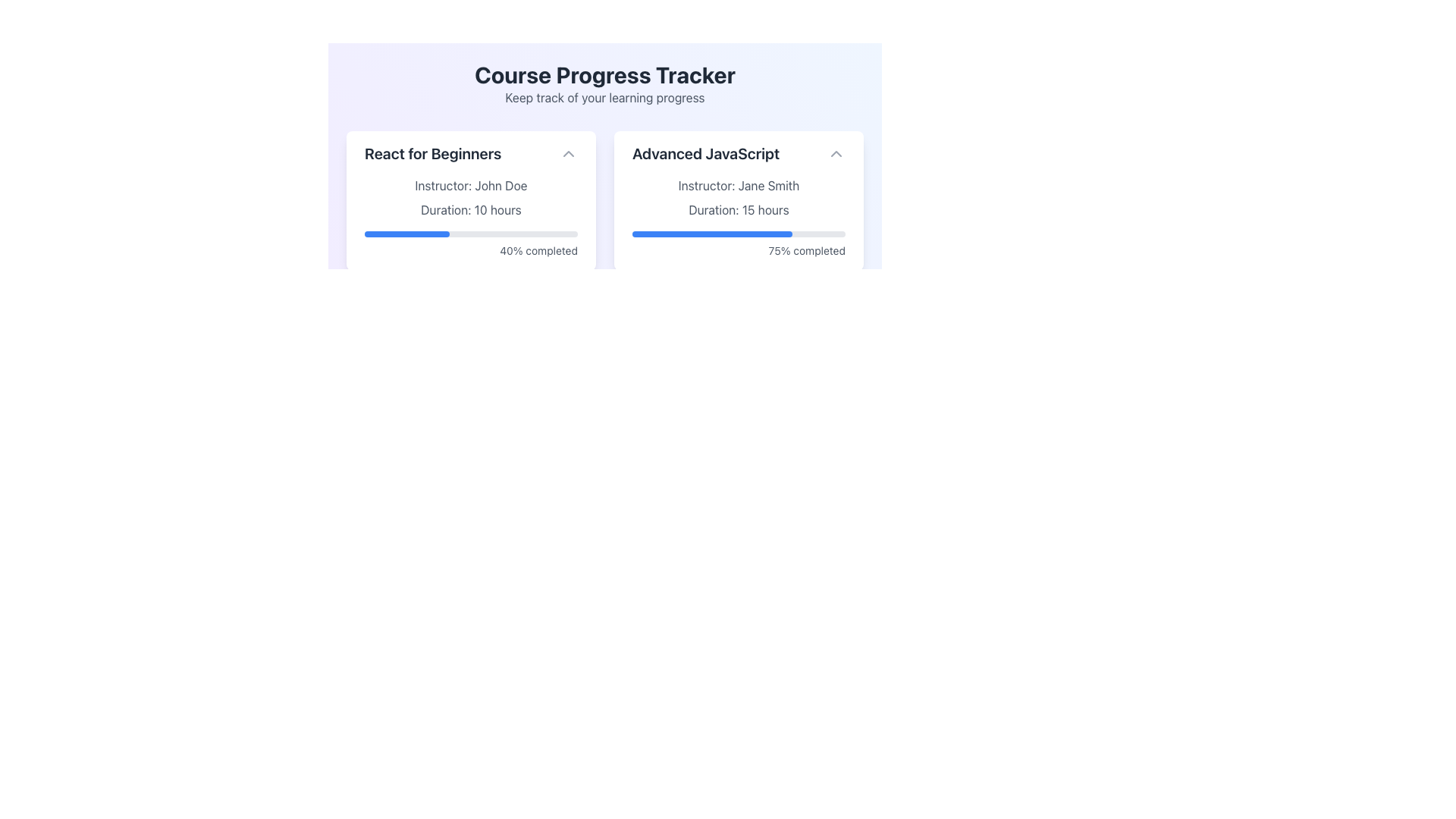  I want to click on the text label that states 'Course Progress Tracker' with subtitle 'Keep track of your learning progress', located at the top-center of the interface, so click(604, 84).